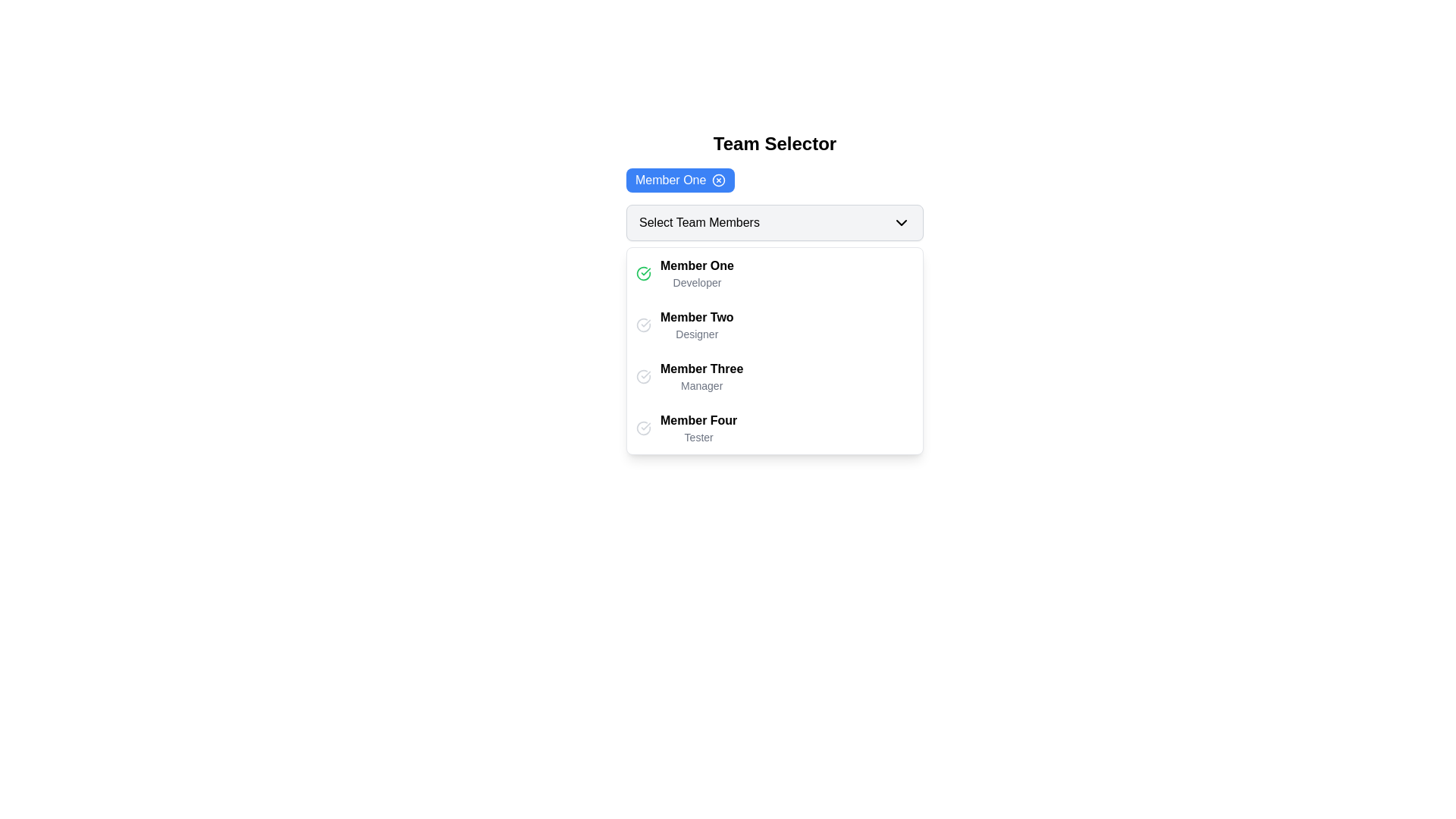 The height and width of the screenshot is (819, 1456). Describe the element at coordinates (718, 180) in the screenshot. I see `the interactive icon button` at that location.